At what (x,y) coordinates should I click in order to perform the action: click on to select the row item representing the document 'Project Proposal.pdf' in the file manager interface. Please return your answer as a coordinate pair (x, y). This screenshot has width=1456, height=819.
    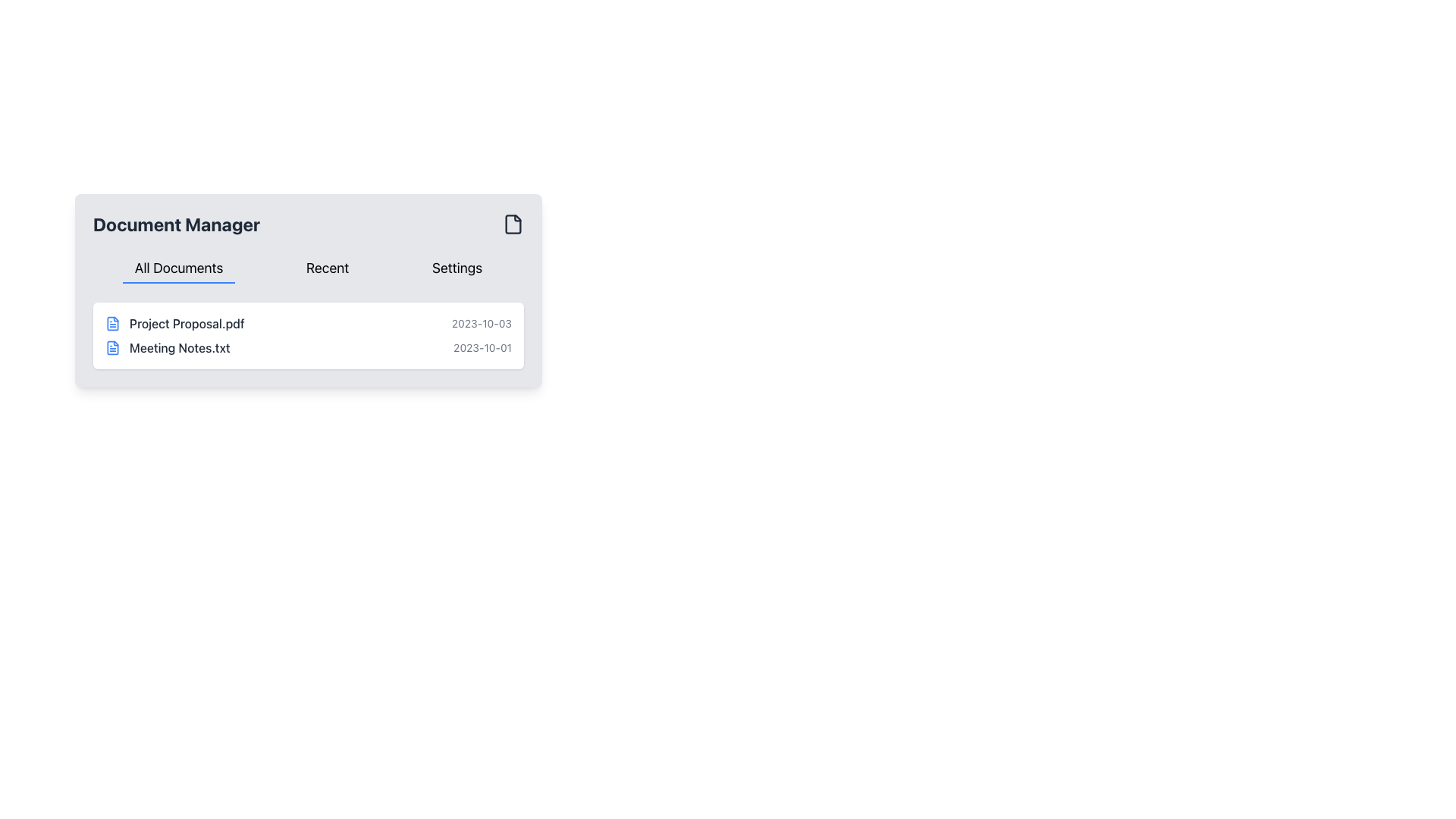
    Looking at the image, I should click on (308, 323).